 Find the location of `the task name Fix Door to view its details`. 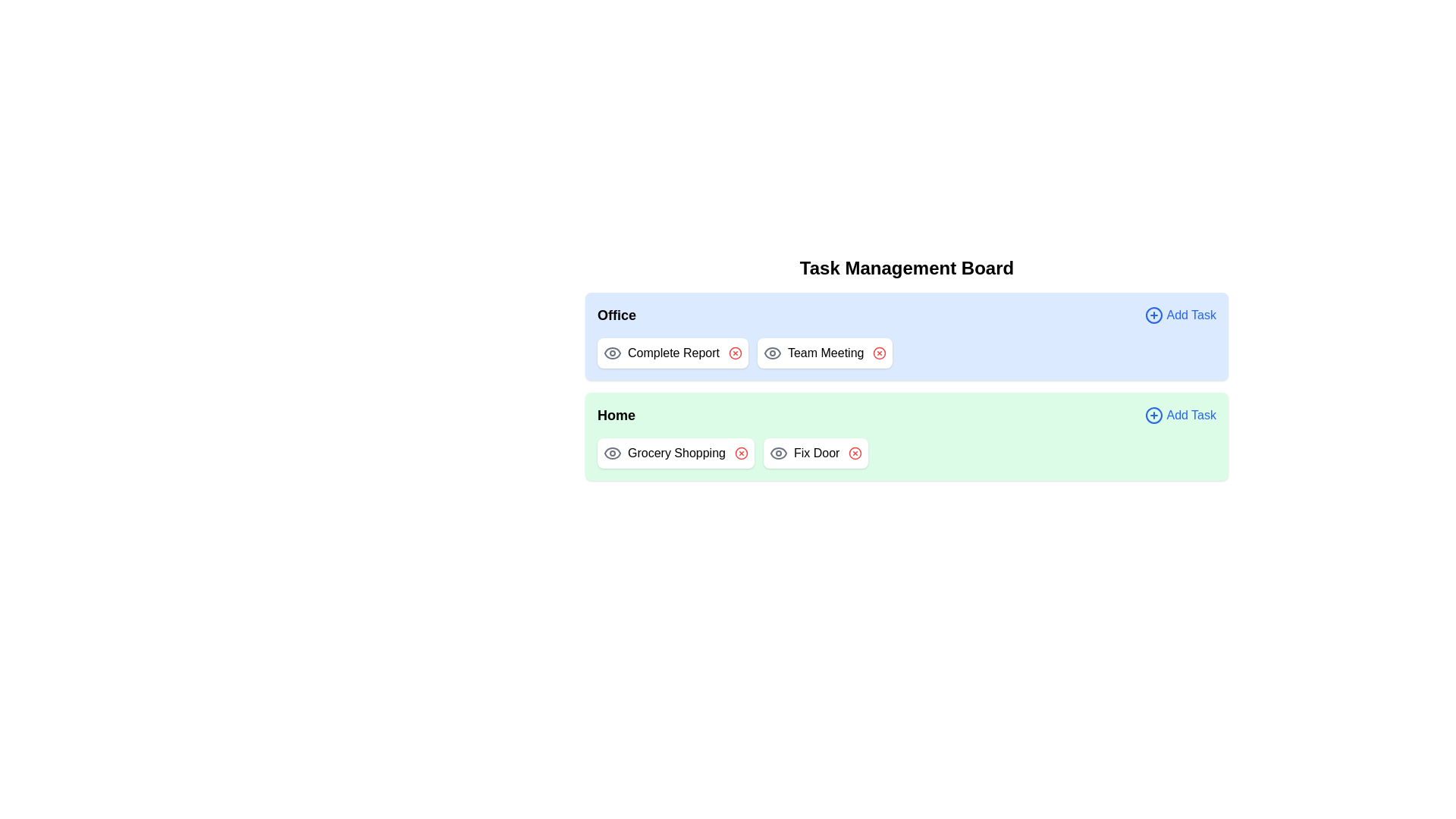

the task name Fix Door to view its details is located at coordinates (815, 452).